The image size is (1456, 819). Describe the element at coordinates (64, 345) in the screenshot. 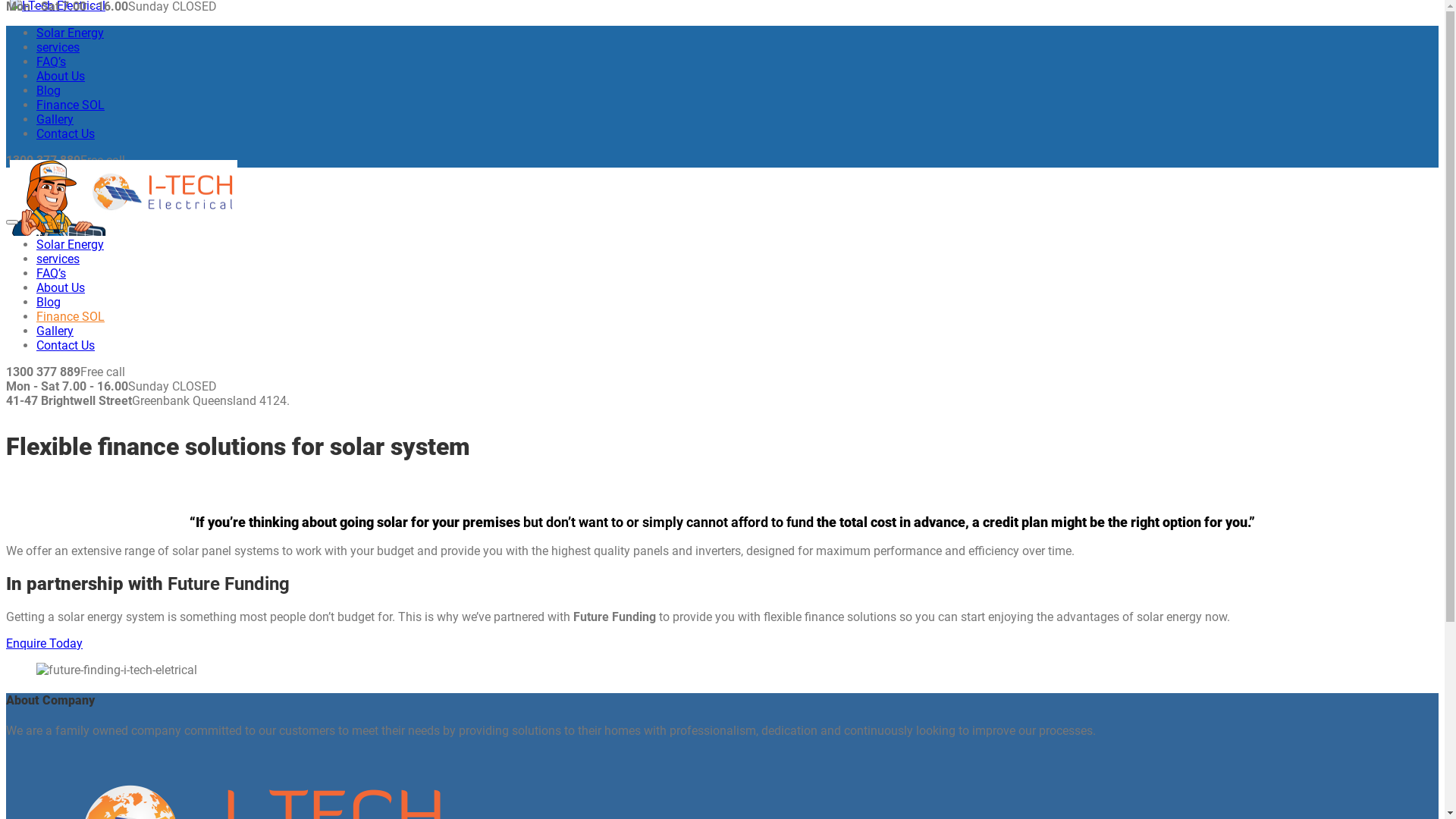

I see `'Contact Us'` at that location.